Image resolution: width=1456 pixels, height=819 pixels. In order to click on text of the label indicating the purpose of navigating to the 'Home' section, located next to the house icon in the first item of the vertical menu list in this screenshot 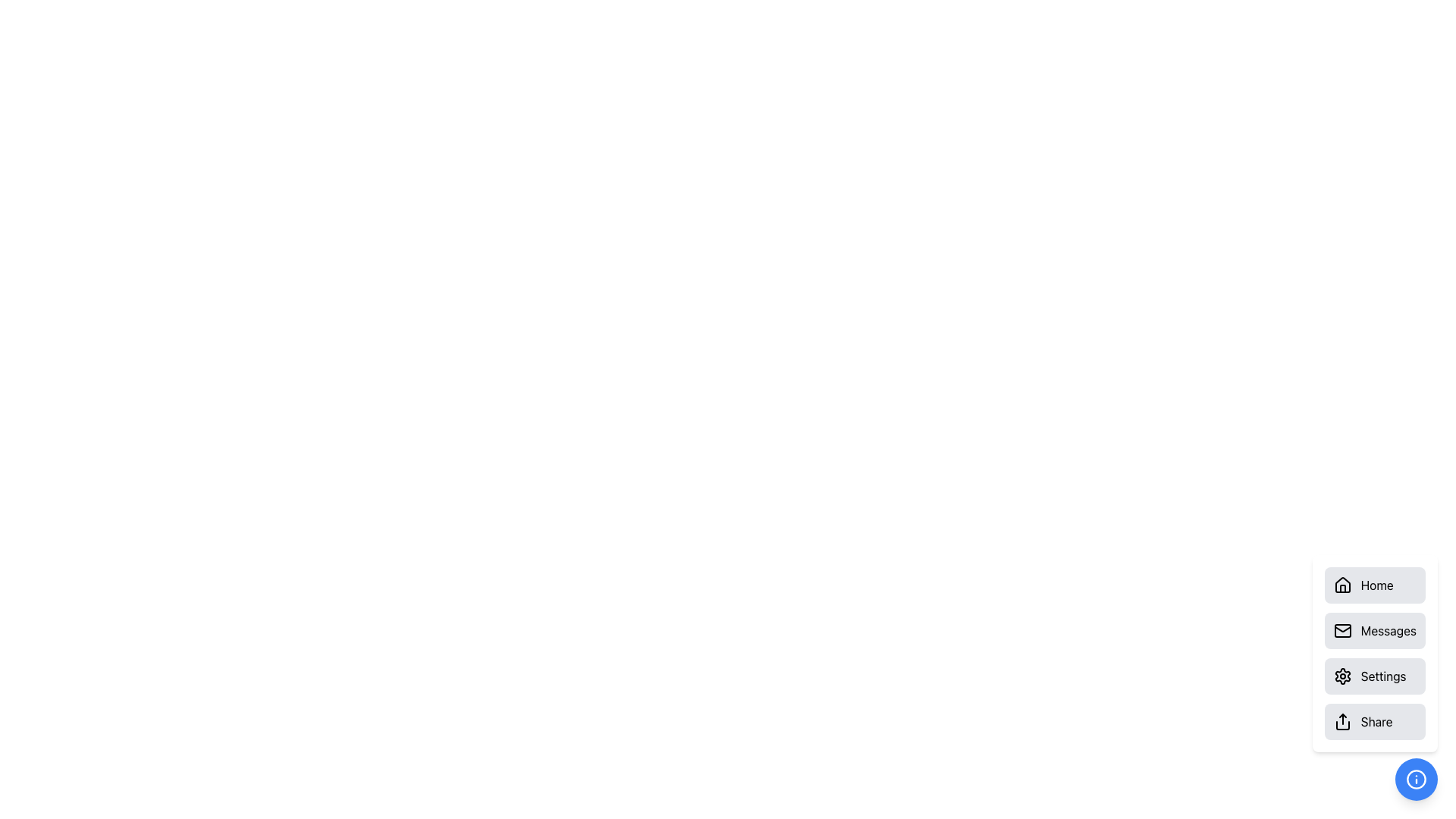, I will do `click(1377, 584)`.